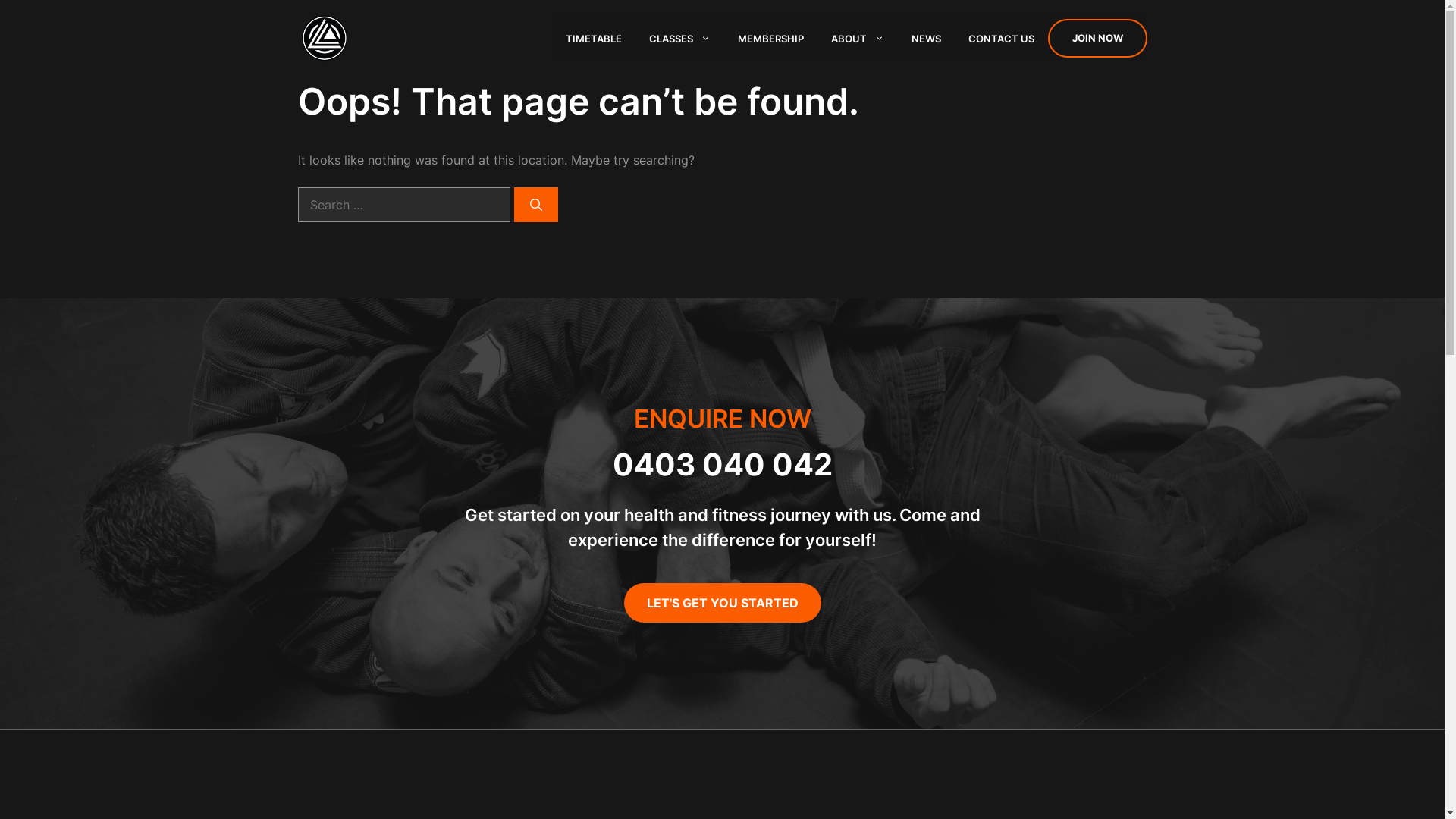  I want to click on 'CONTACT US', so click(1000, 37).